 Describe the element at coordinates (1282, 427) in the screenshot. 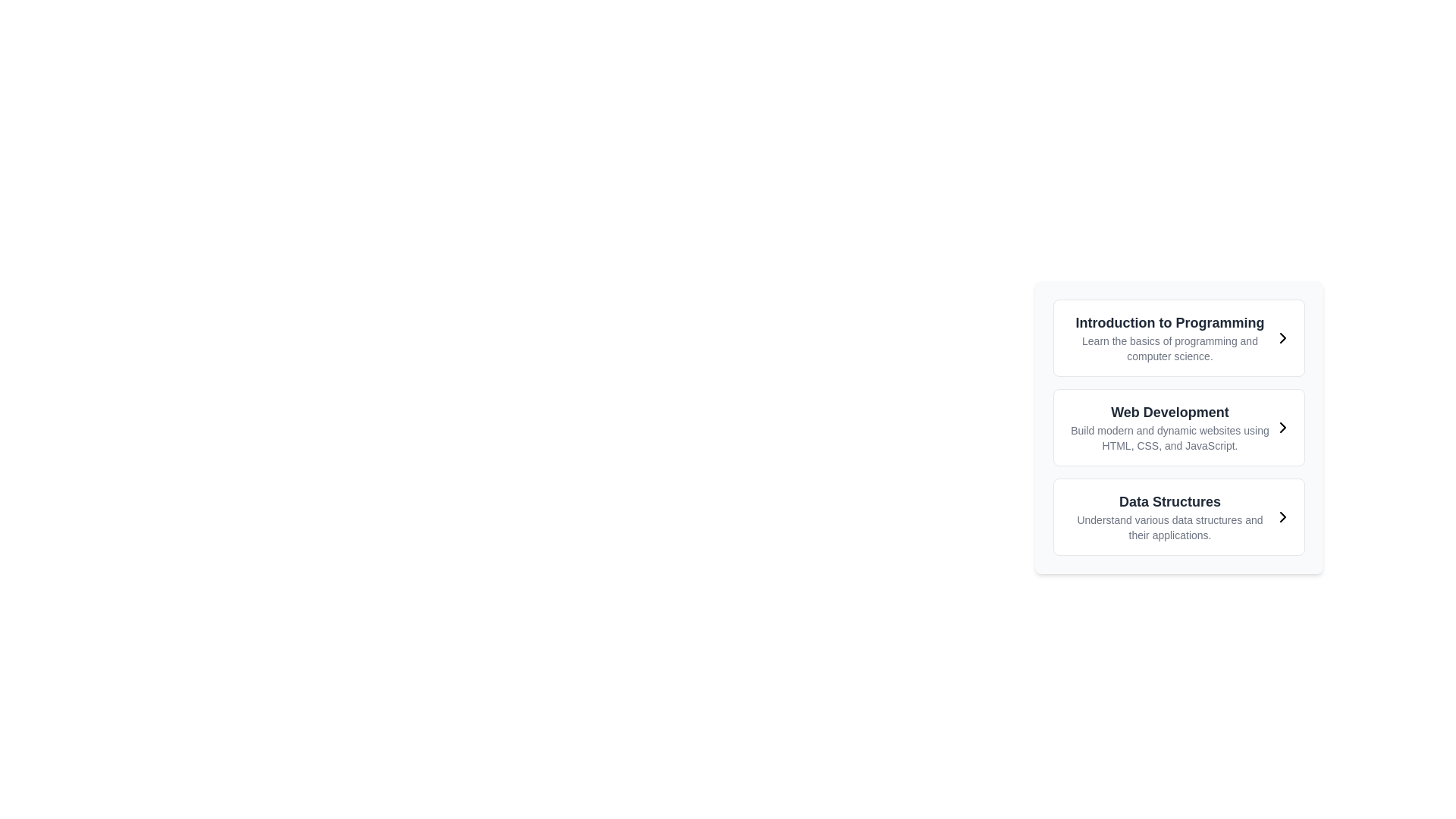

I see `the rightward-pointing chevron icon located at the rightmost edge of the 'Web Development' card` at that location.